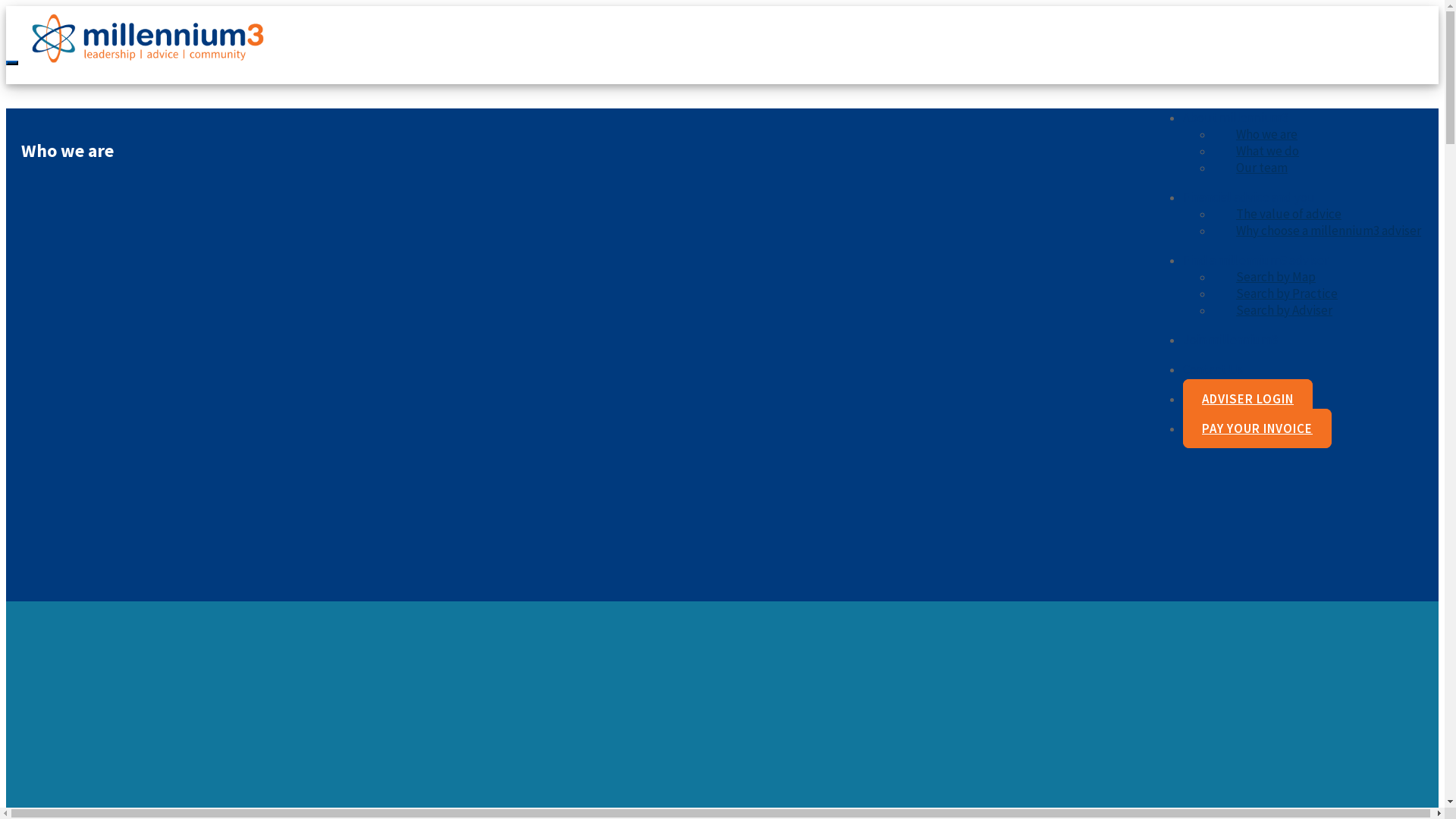 The height and width of the screenshot is (819, 1456). I want to click on 'ADVISER LOGIN', so click(1247, 397).